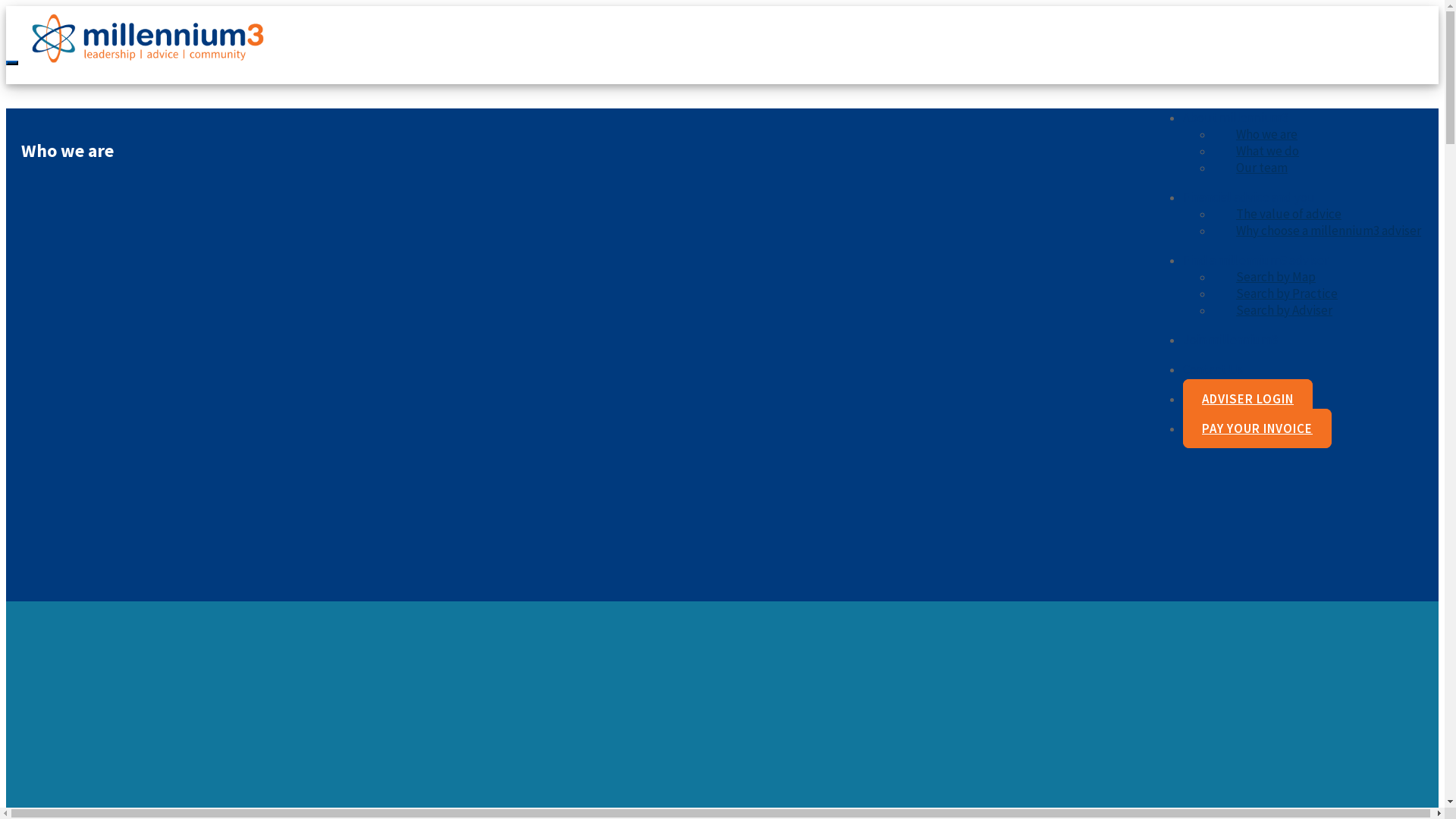 The height and width of the screenshot is (819, 1456). I want to click on 'ADVISER LOGIN', so click(1247, 397).